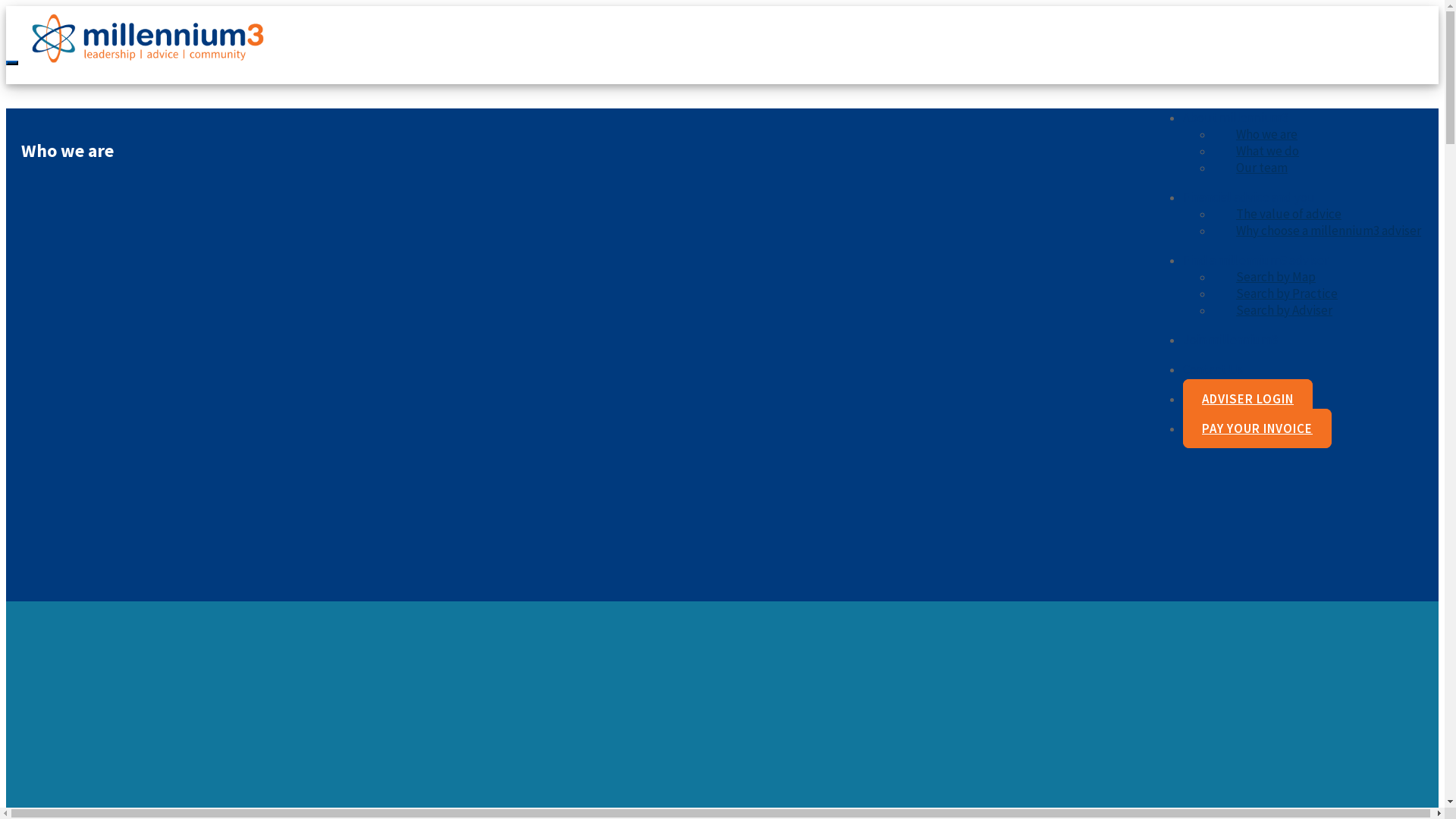 The height and width of the screenshot is (819, 1456). I want to click on 'ADVISER LOGIN', so click(1247, 397).